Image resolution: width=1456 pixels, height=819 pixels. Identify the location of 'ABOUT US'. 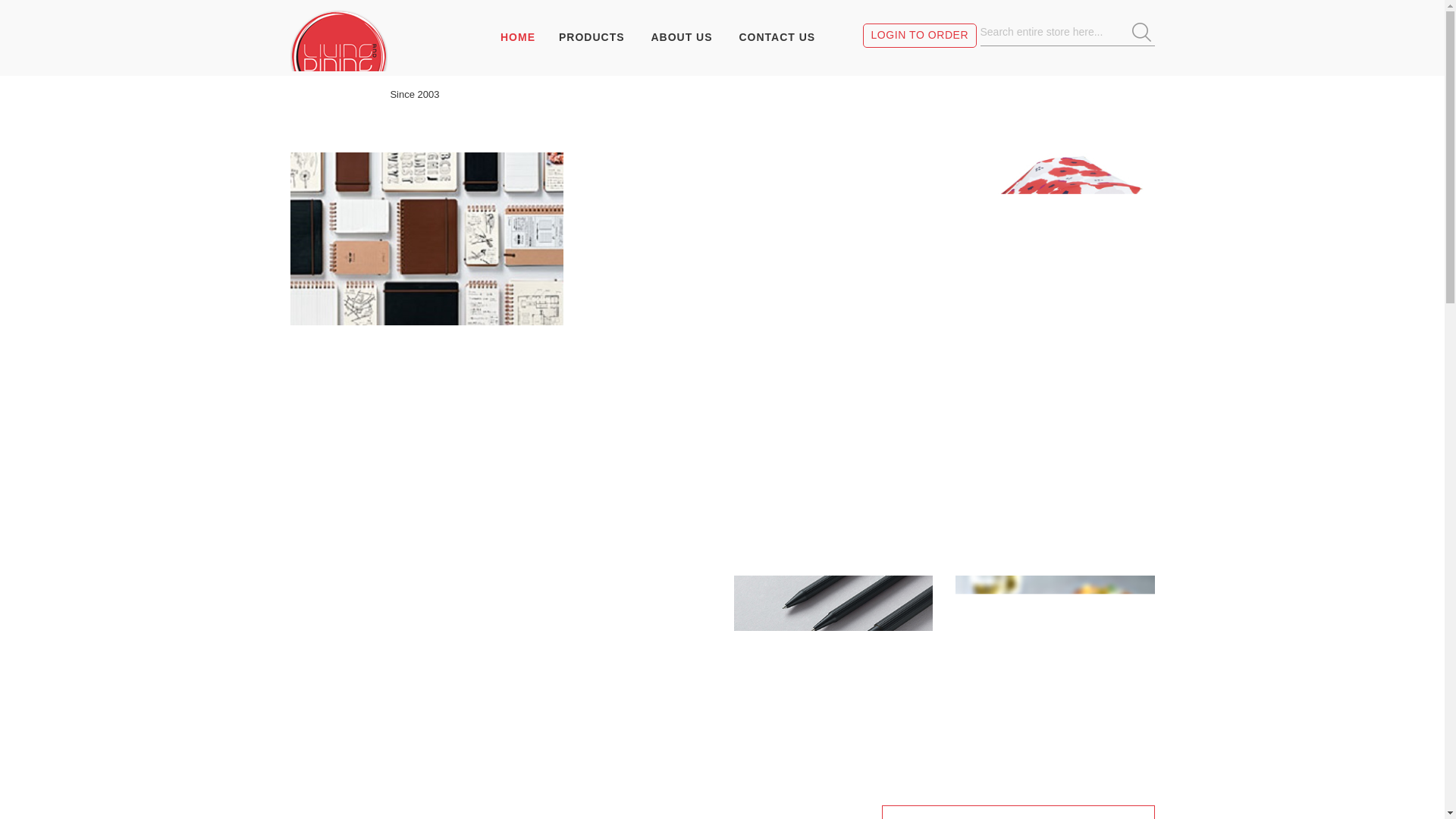
(680, 36).